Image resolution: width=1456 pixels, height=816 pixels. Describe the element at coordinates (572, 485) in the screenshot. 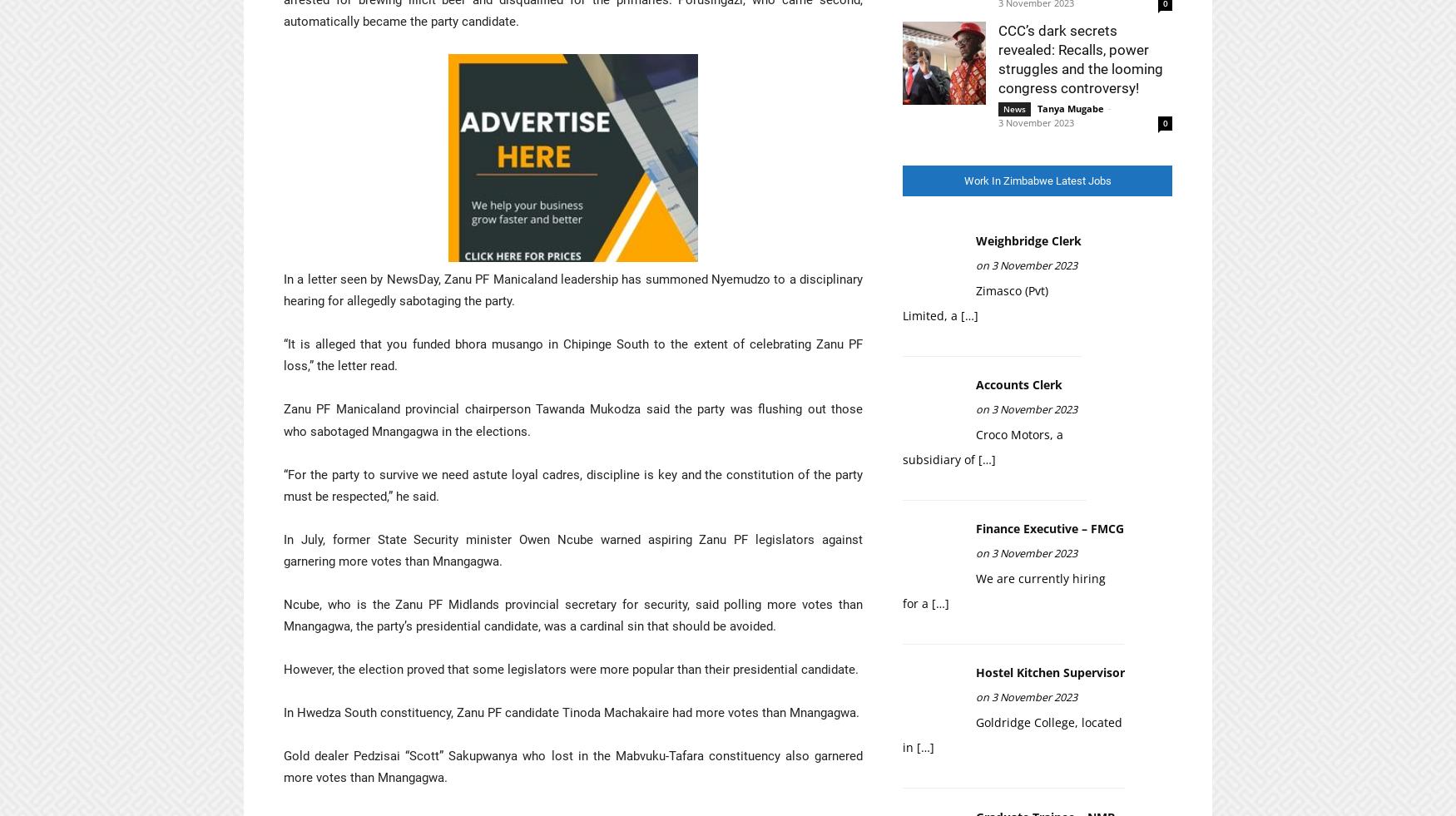

I see `'“For the party to survive we need astute loyal cadres, discipline is key and the constitution of the party must be respected,” he said.'` at that location.